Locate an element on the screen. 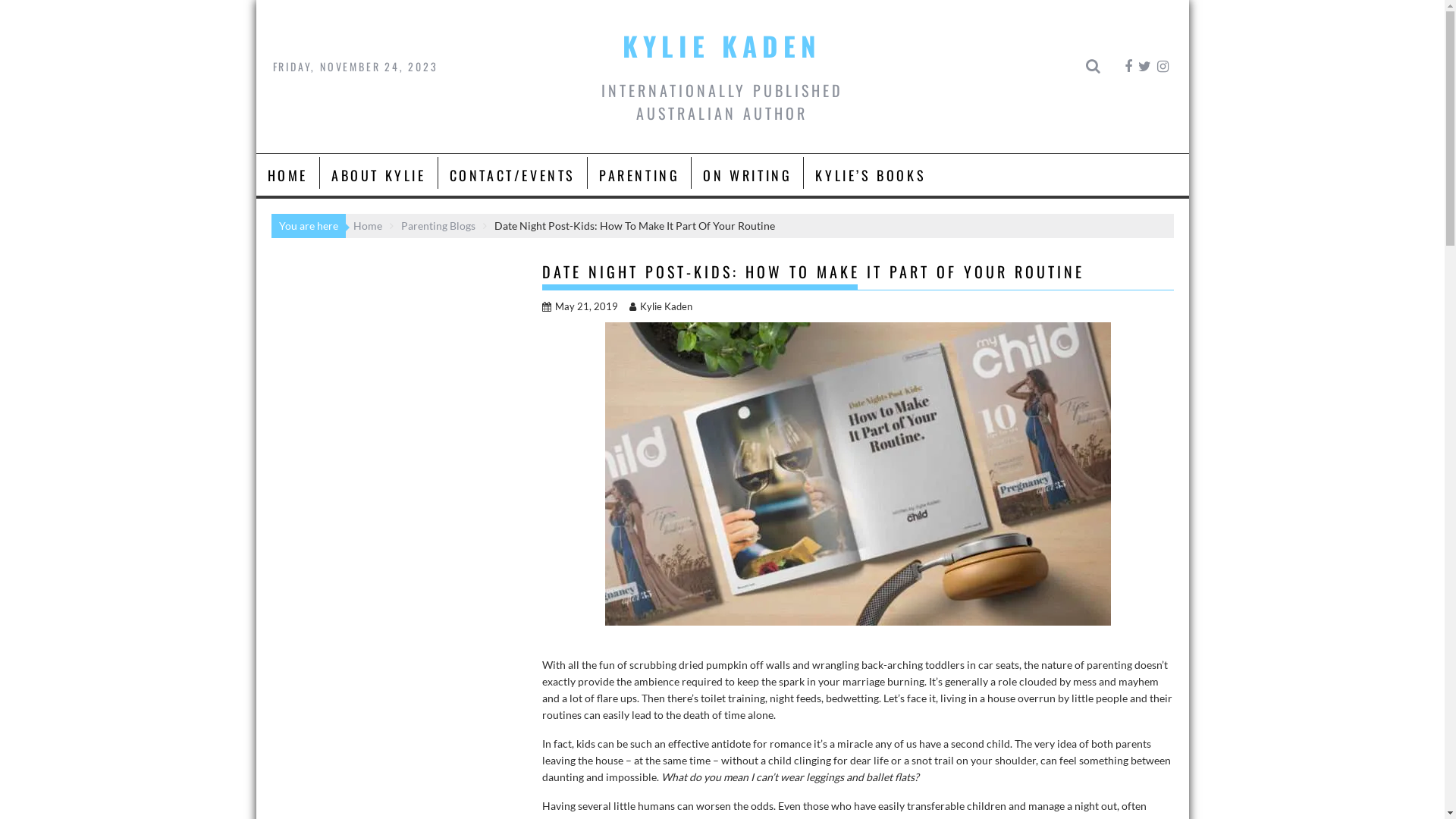 The height and width of the screenshot is (819, 1456). 'Home' is located at coordinates (367, 225).